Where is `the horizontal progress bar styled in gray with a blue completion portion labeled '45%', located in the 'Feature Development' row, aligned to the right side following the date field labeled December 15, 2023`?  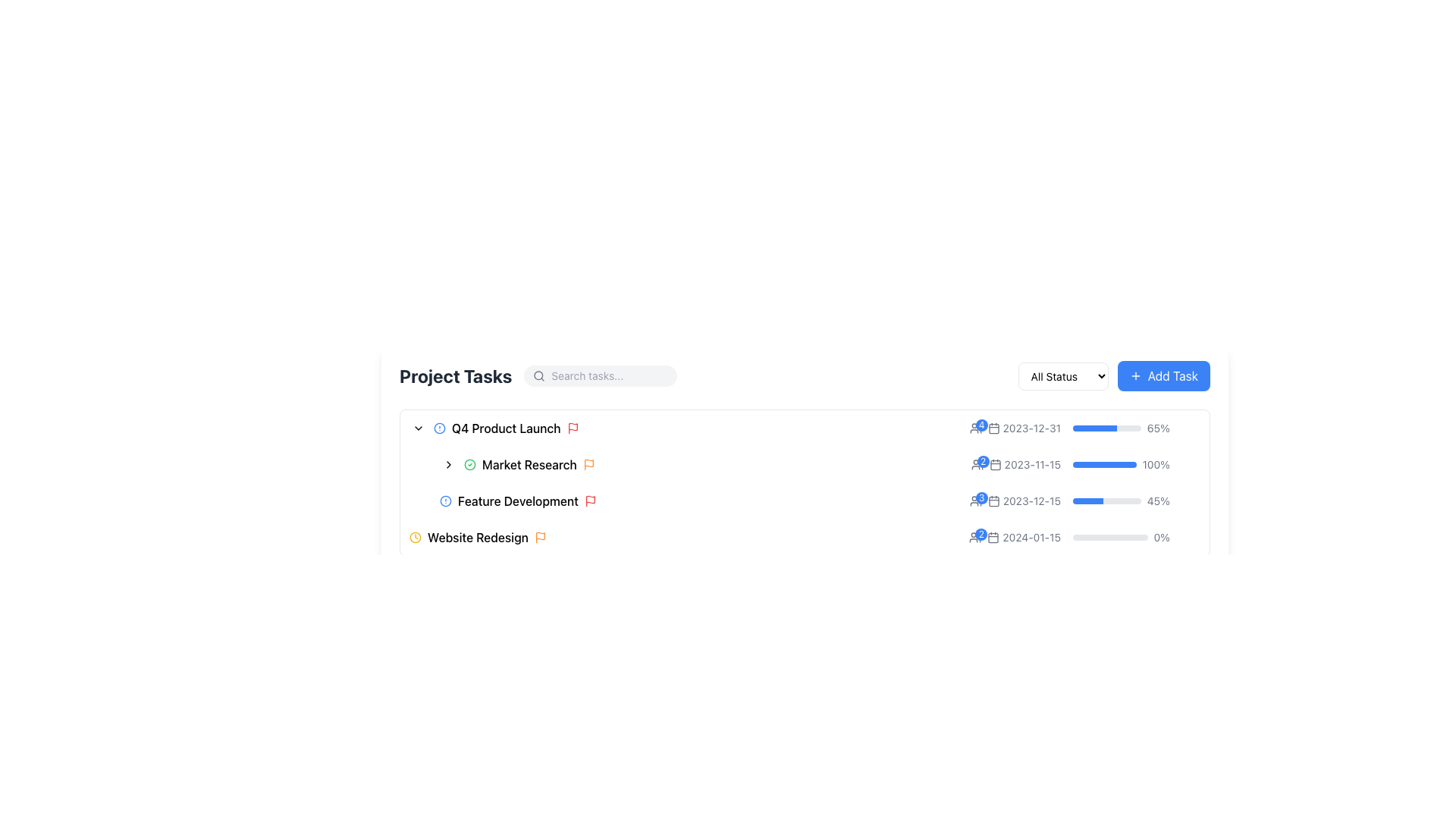 the horizontal progress bar styled in gray with a blue completion portion labeled '45%', located in the 'Feature Development' row, aligned to the right side following the date field labeled December 15, 2023 is located at coordinates (1084, 500).